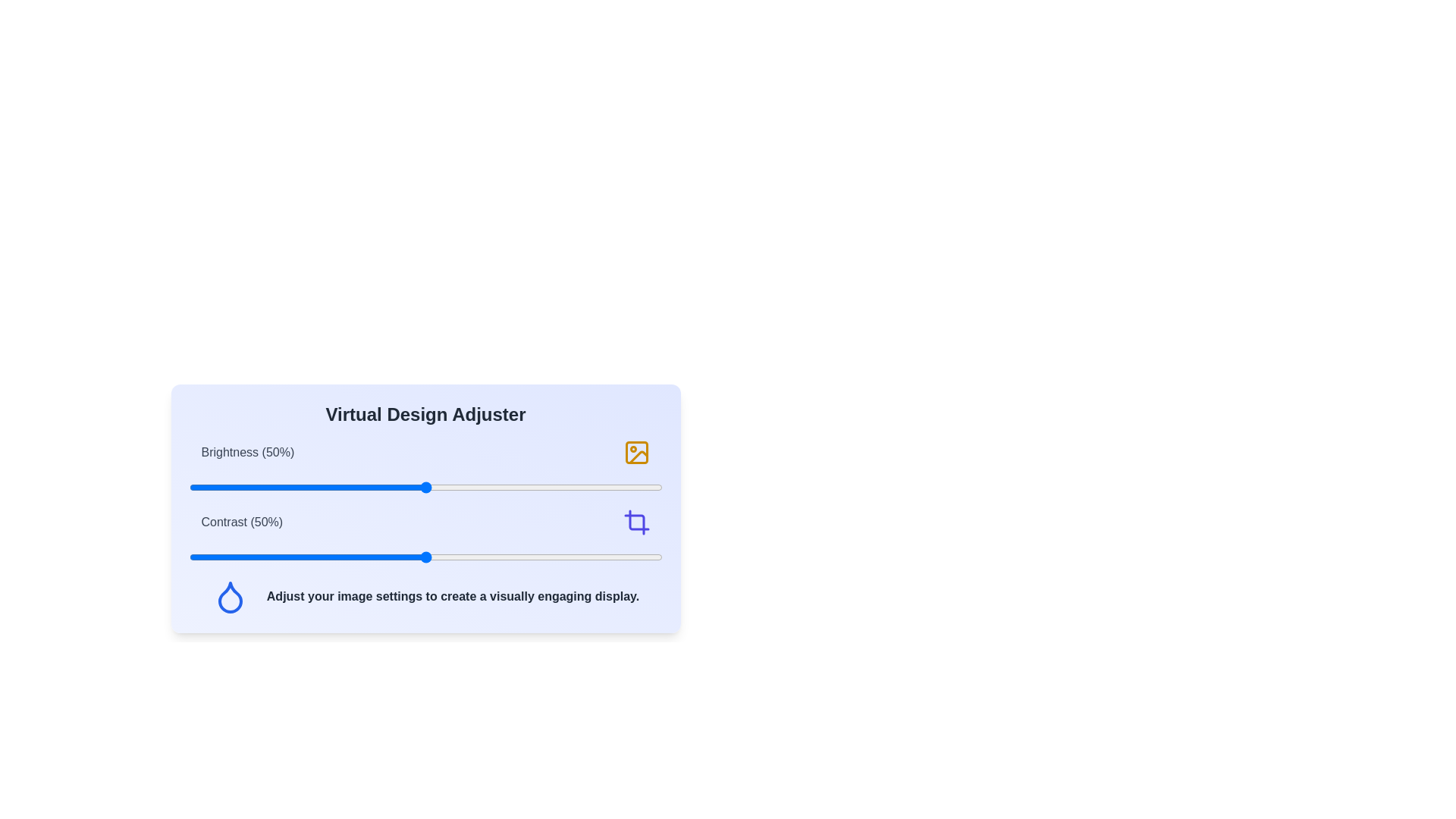  Describe the element at coordinates (453, 557) in the screenshot. I see `the contrast slider to set the contrast level to 56` at that location.